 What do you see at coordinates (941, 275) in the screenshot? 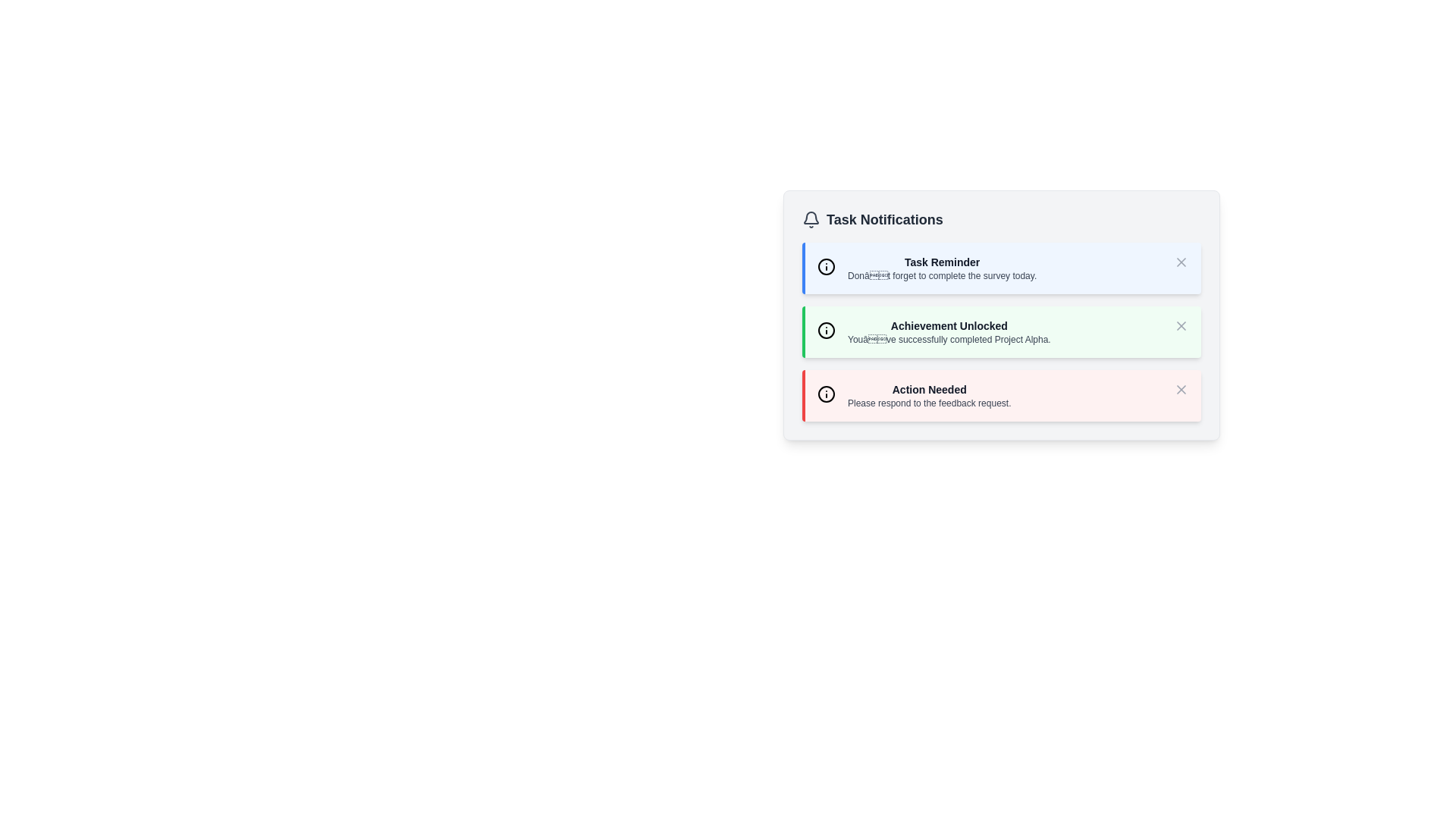
I see `the Text Label located below the 'Task Reminder' in the notification panel` at bounding box center [941, 275].